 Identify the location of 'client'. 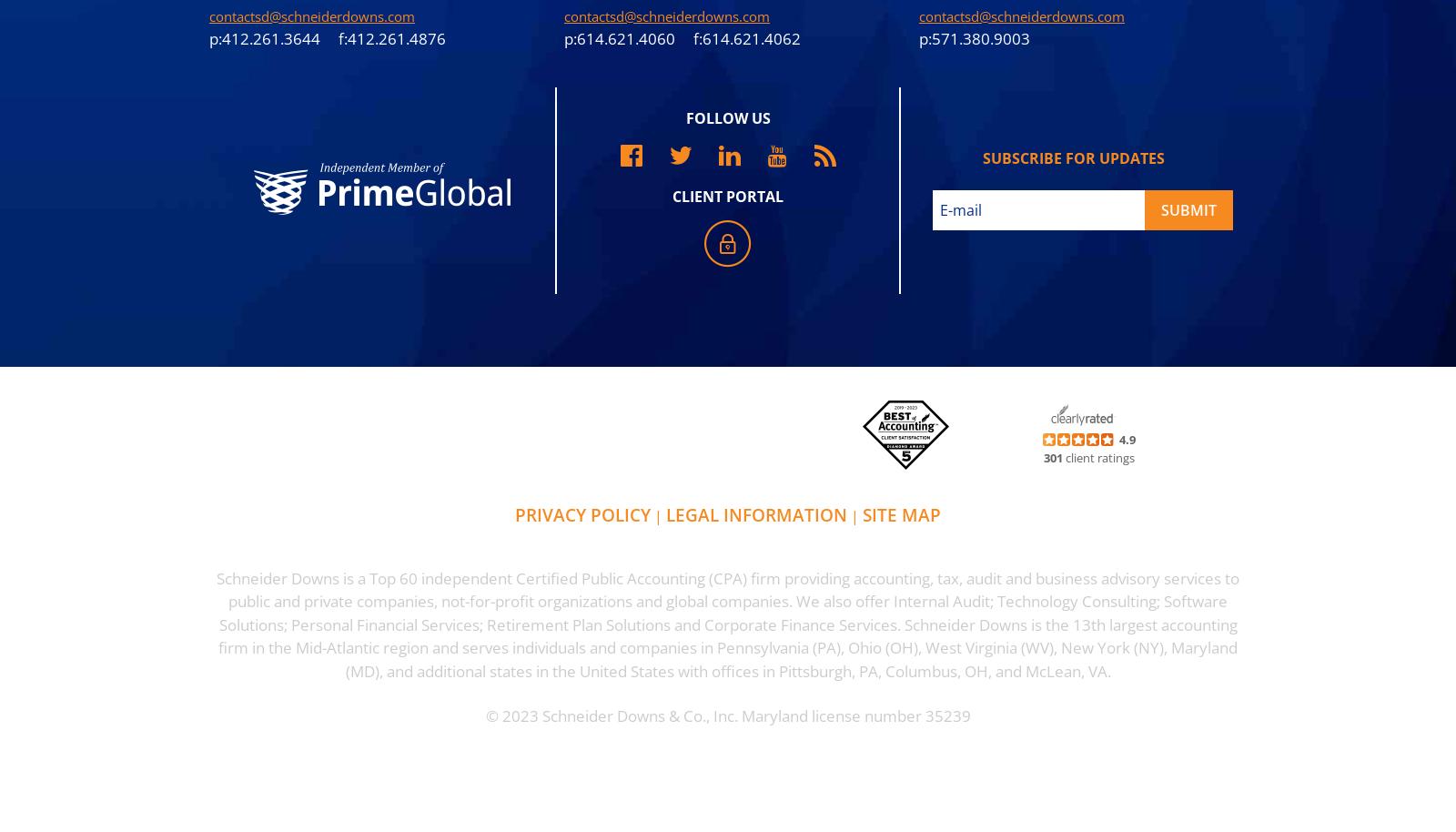
(1080, 456).